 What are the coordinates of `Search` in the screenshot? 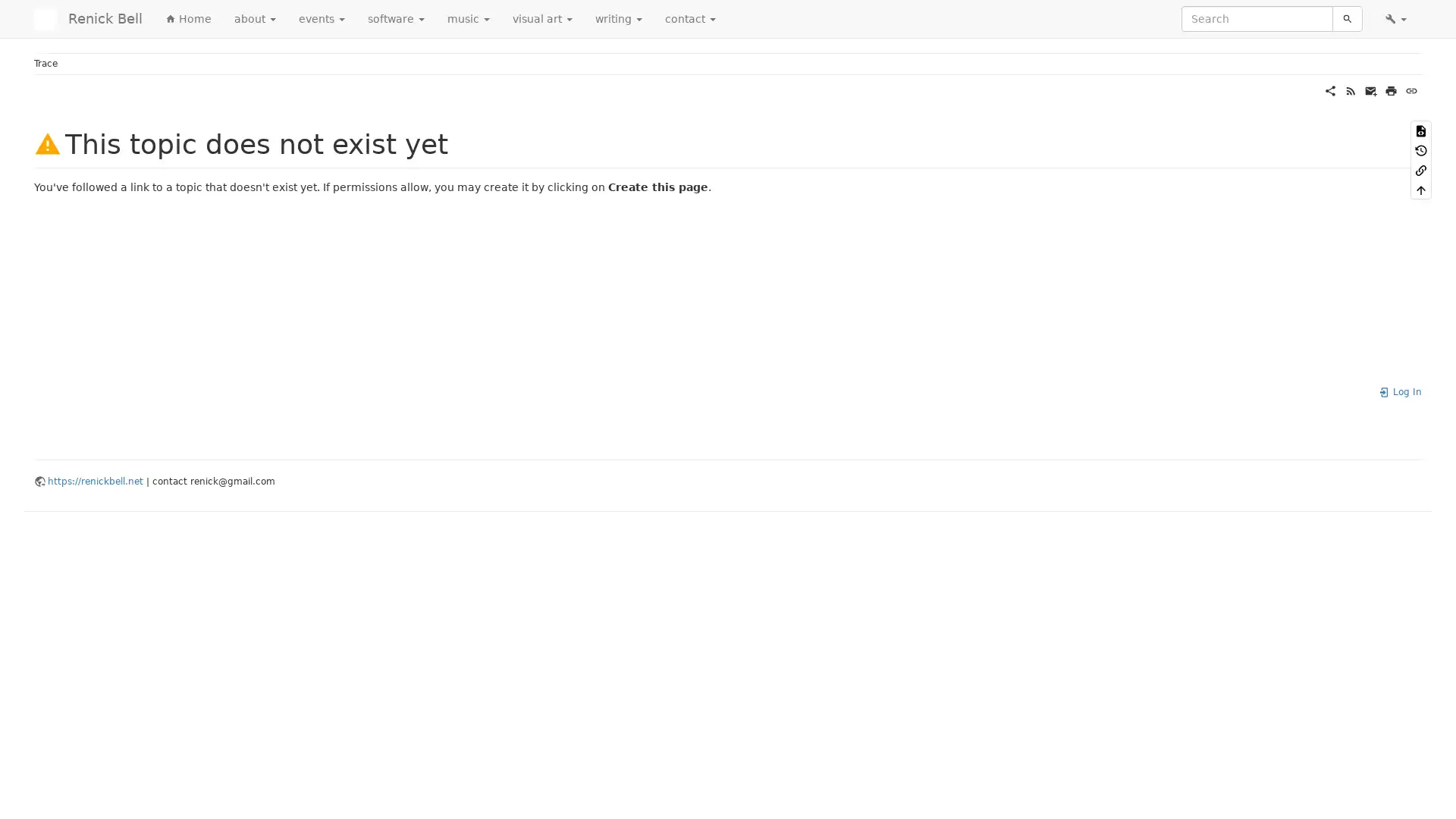 It's located at (1347, 18).